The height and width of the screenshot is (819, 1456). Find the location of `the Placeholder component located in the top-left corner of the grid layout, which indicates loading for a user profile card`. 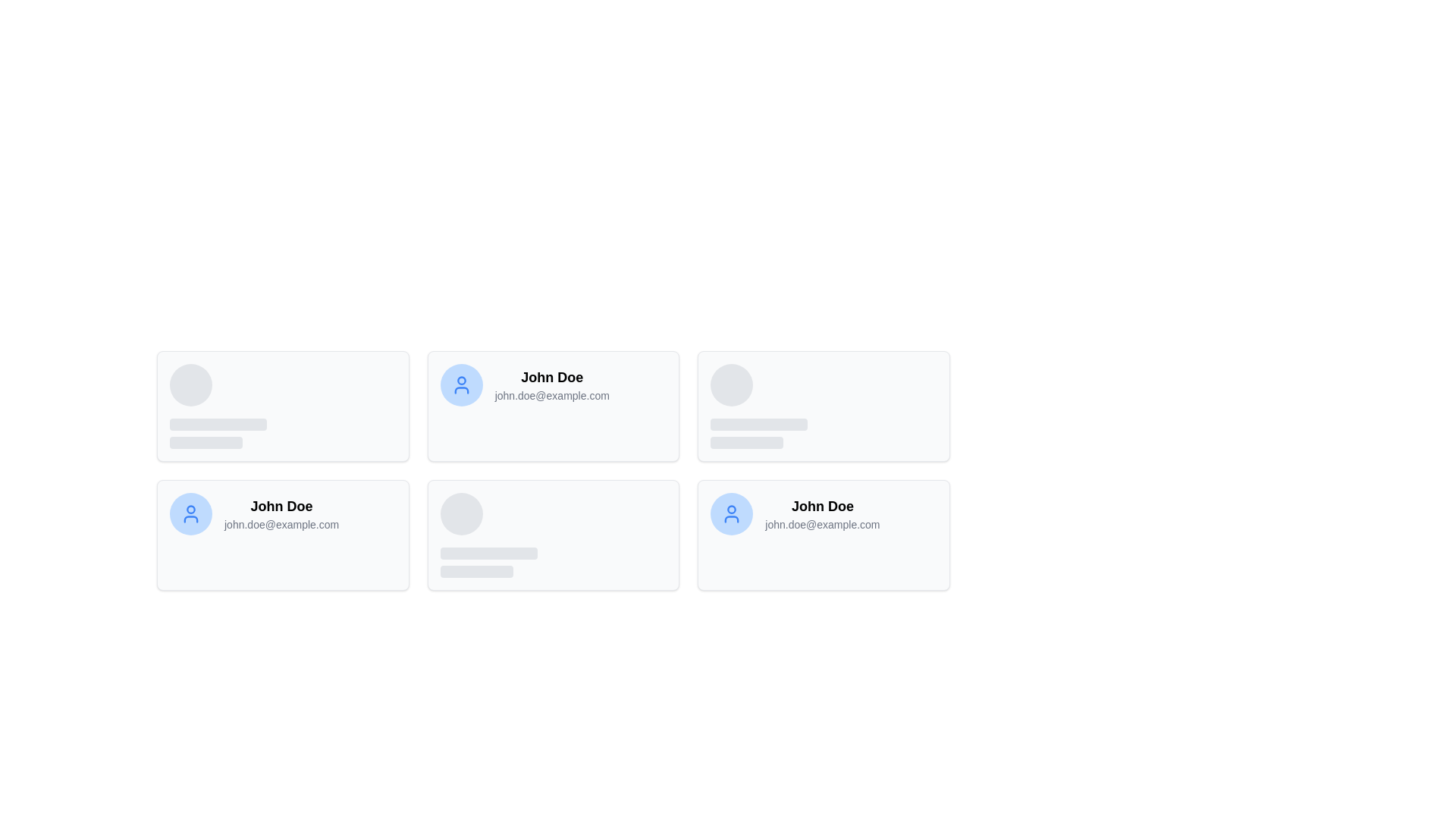

the Placeholder component located in the top-left corner of the grid layout, which indicates loading for a user profile card is located at coordinates (218, 406).